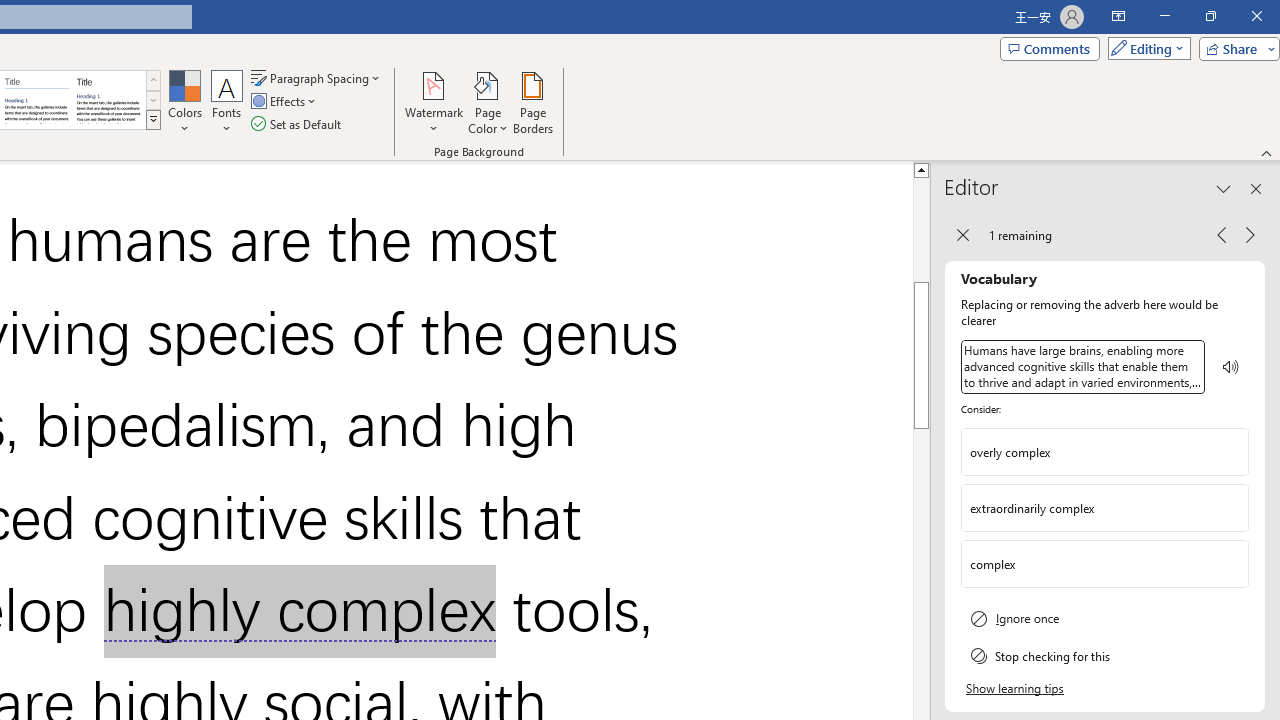 This screenshot has width=1280, height=720. What do you see at coordinates (1230, 367) in the screenshot?
I see `'AutomationID: DrillInPane_ReadContext'` at bounding box center [1230, 367].